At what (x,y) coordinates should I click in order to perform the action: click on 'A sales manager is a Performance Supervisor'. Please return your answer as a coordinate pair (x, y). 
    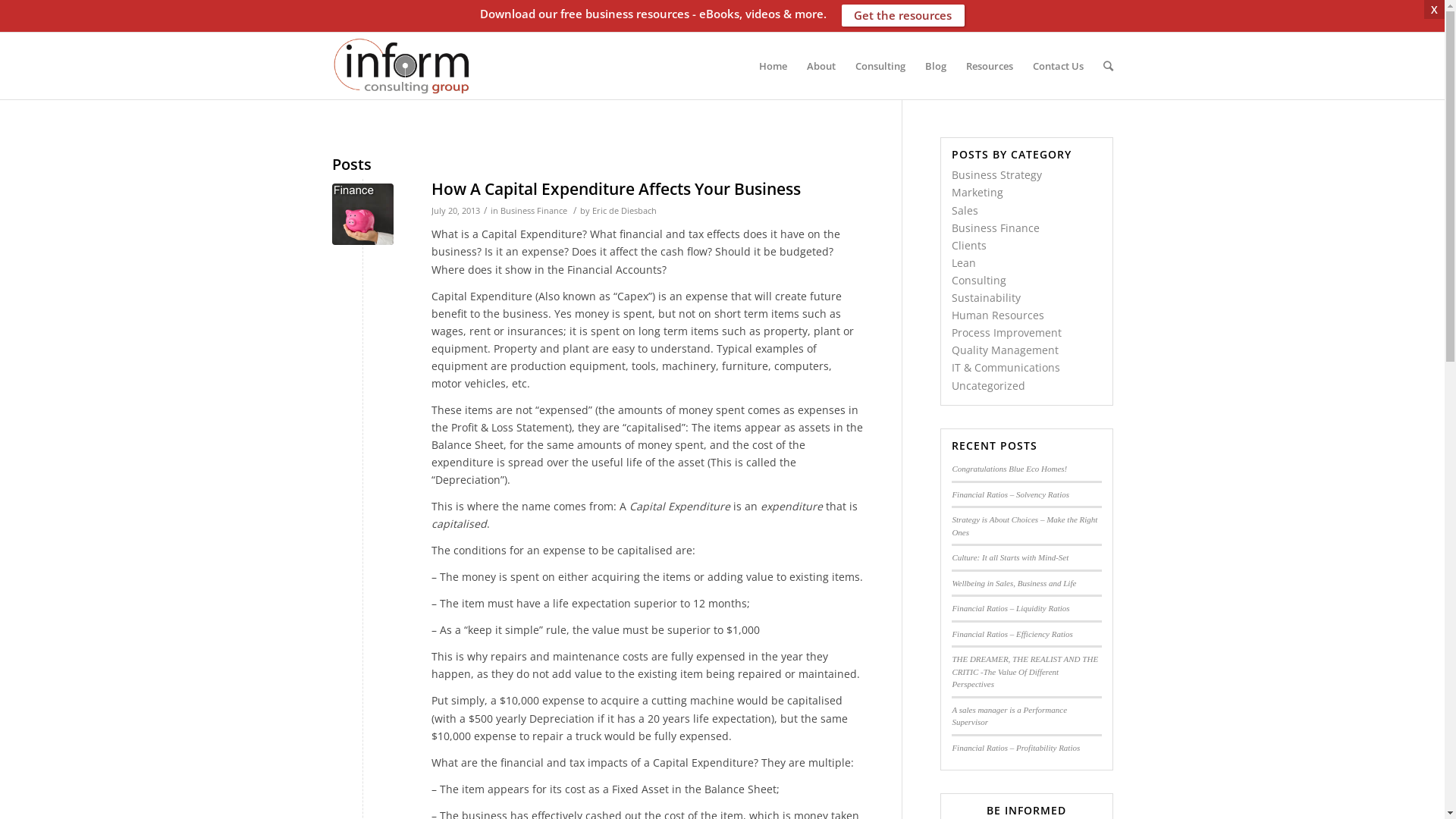
    Looking at the image, I should click on (1009, 716).